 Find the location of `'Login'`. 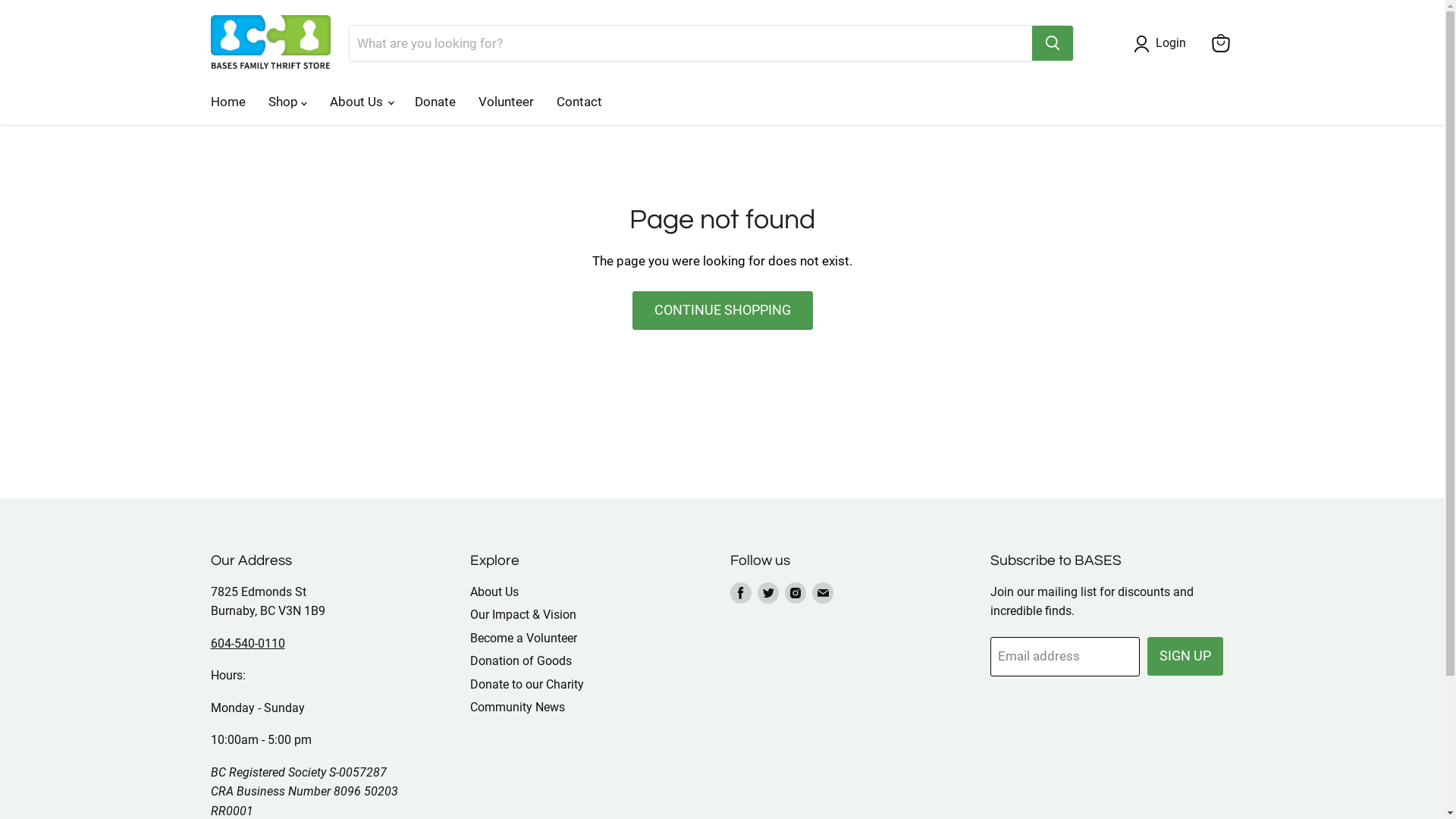

'Login' is located at coordinates (1150, 42).